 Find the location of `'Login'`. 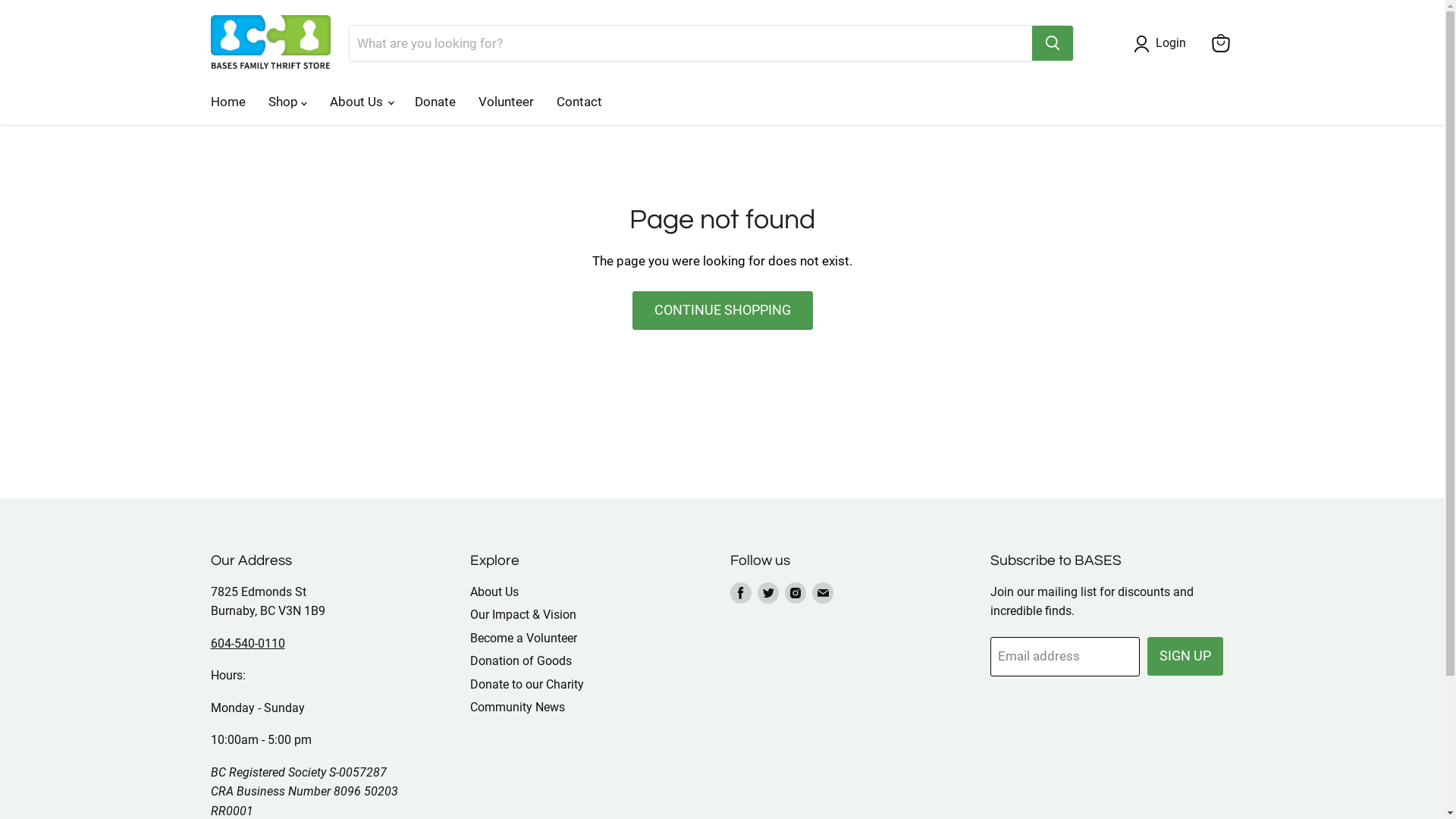

'Login' is located at coordinates (1150, 42).